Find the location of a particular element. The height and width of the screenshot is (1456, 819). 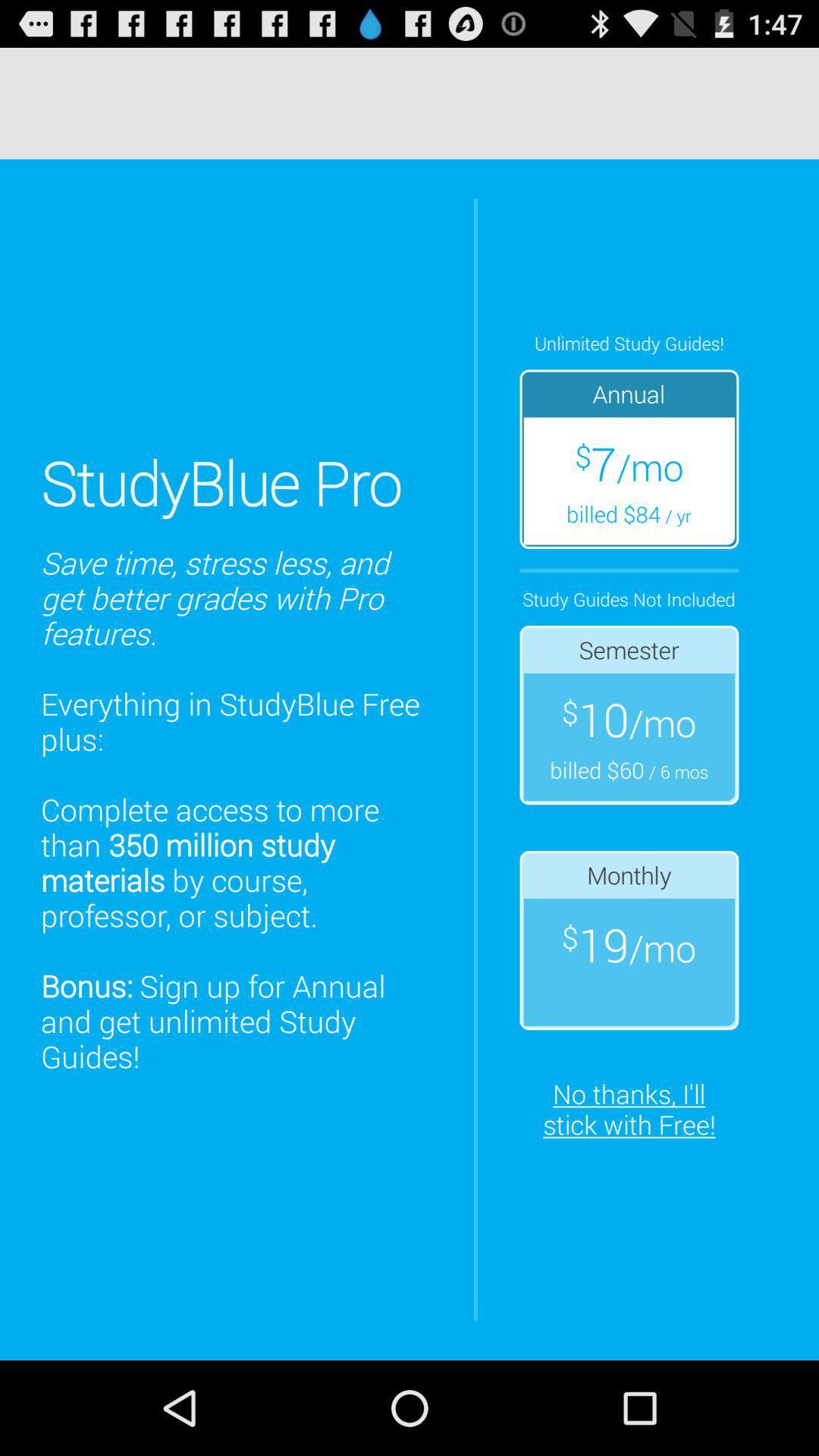

no thanks i at the bottom right corner is located at coordinates (629, 1109).